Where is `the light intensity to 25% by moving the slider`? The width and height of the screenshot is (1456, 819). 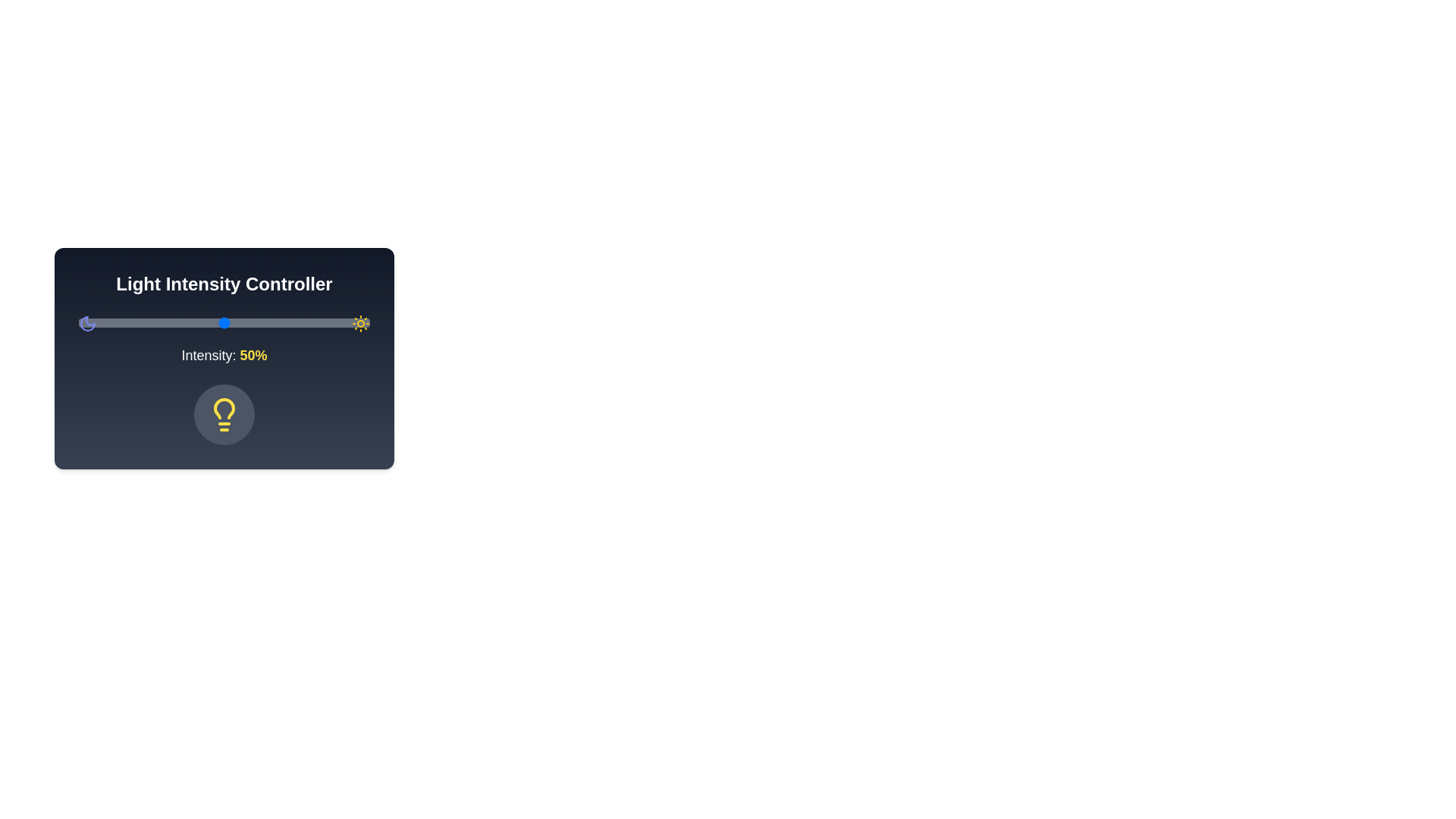 the light intensity to 25% by moving the slider is located at coordinates (152, 322).